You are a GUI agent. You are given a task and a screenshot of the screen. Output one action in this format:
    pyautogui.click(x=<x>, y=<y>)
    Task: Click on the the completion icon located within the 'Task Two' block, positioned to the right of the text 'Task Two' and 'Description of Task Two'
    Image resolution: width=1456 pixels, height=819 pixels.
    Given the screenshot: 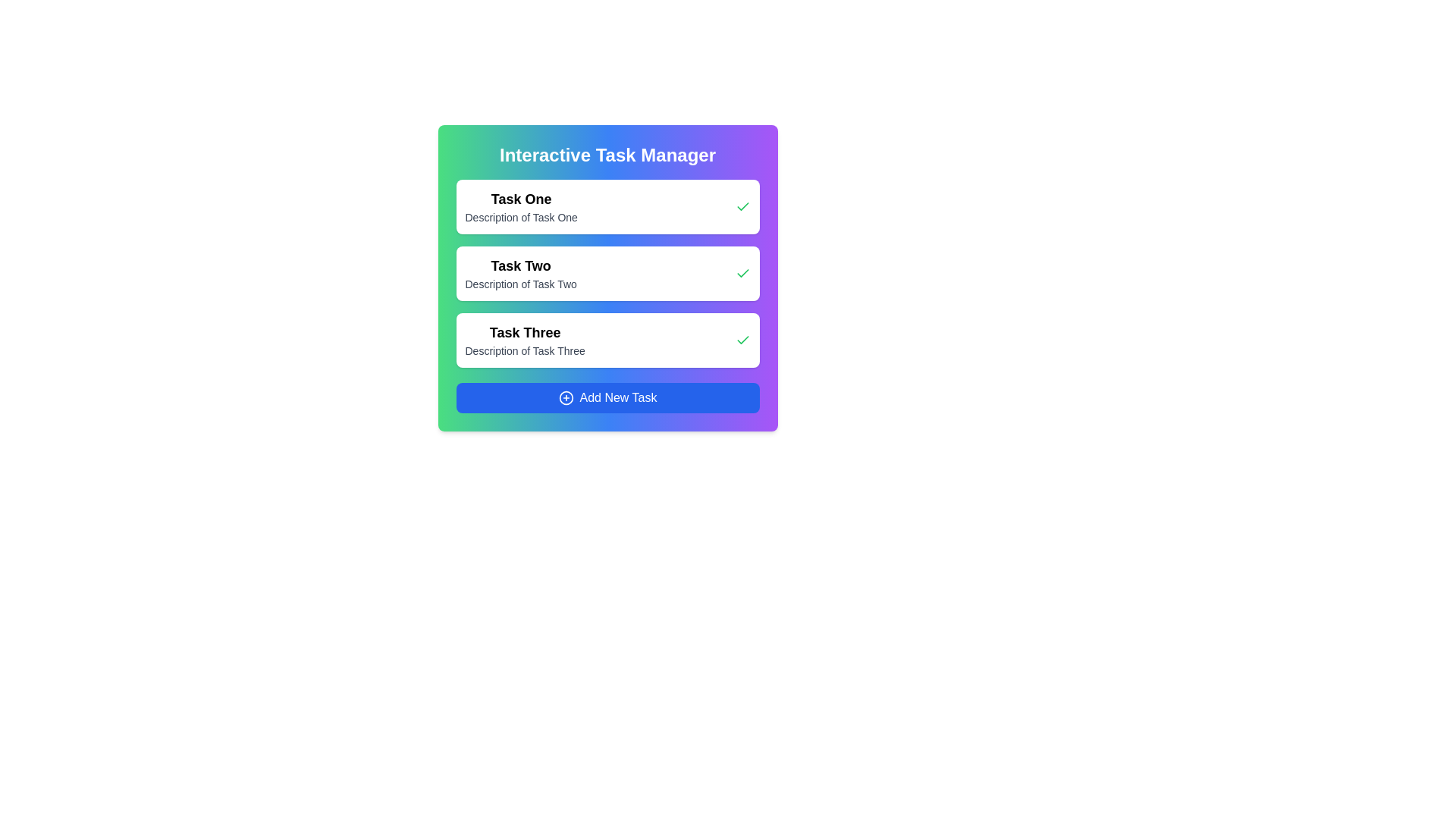 What is the action you would take?
    pyautogui.click(x=742, y=274)
    